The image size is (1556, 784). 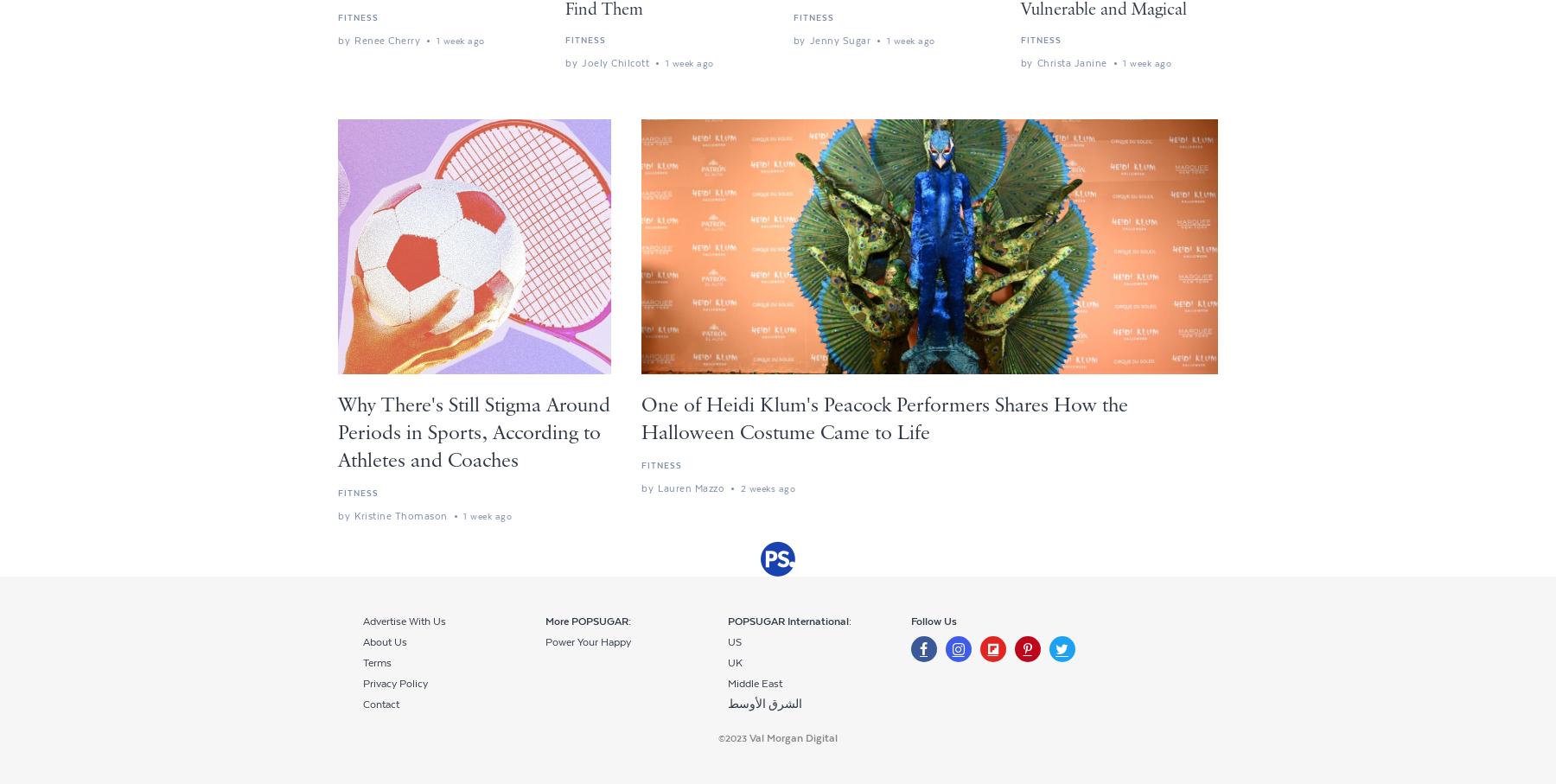 What do you see at coordinates (793, 737) in the screenshot?
I see `'Val Morgan Digital'` at bounding box center [793, 737].